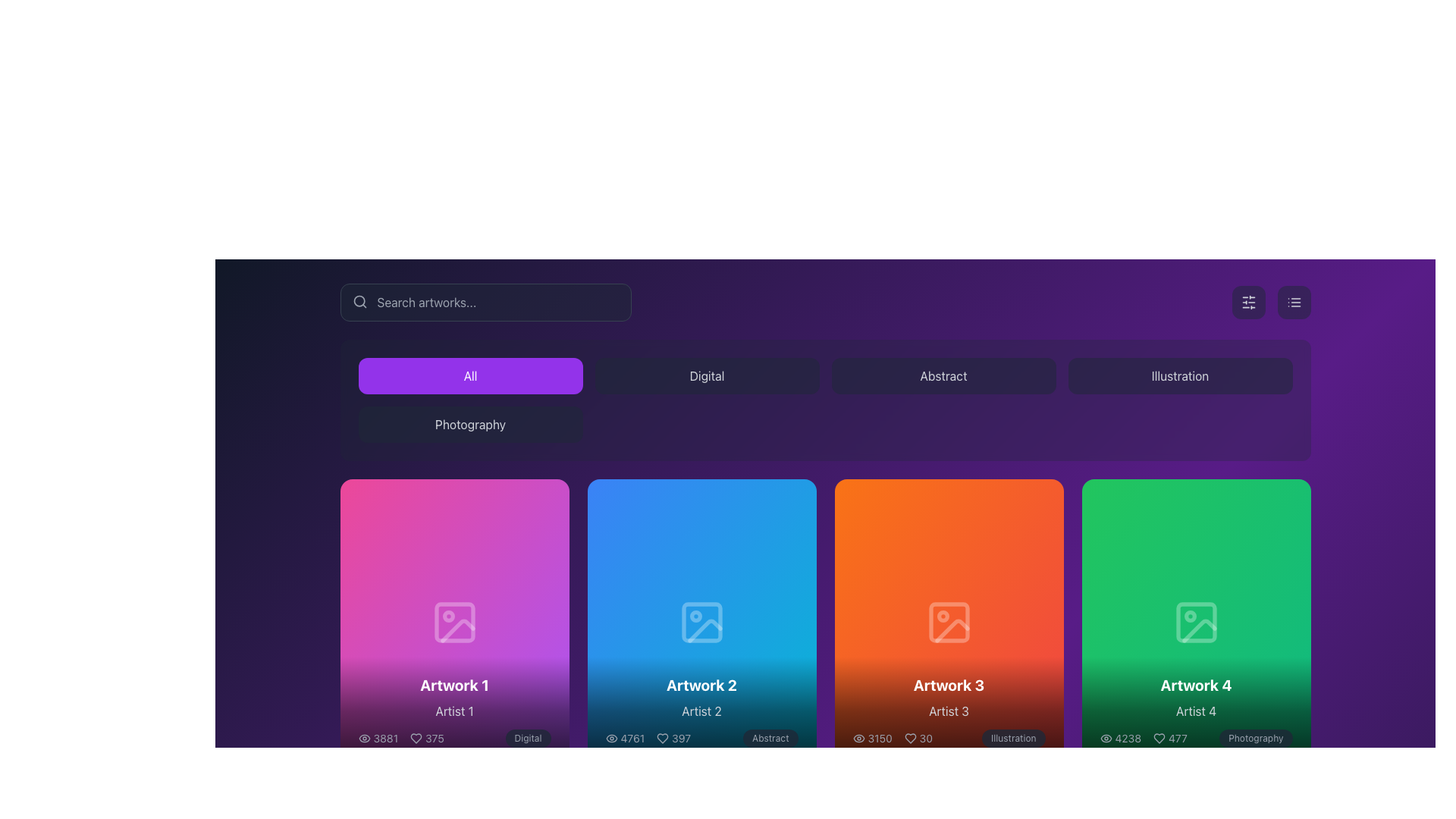 The image size is (1456, 819). What do you see at coordinates (1195, 622) in the screenshot?
I see `the download button with a circular shape and dark gray background located on the green card labeled 'Artwork 4'` at bounding box center [1195, 622].